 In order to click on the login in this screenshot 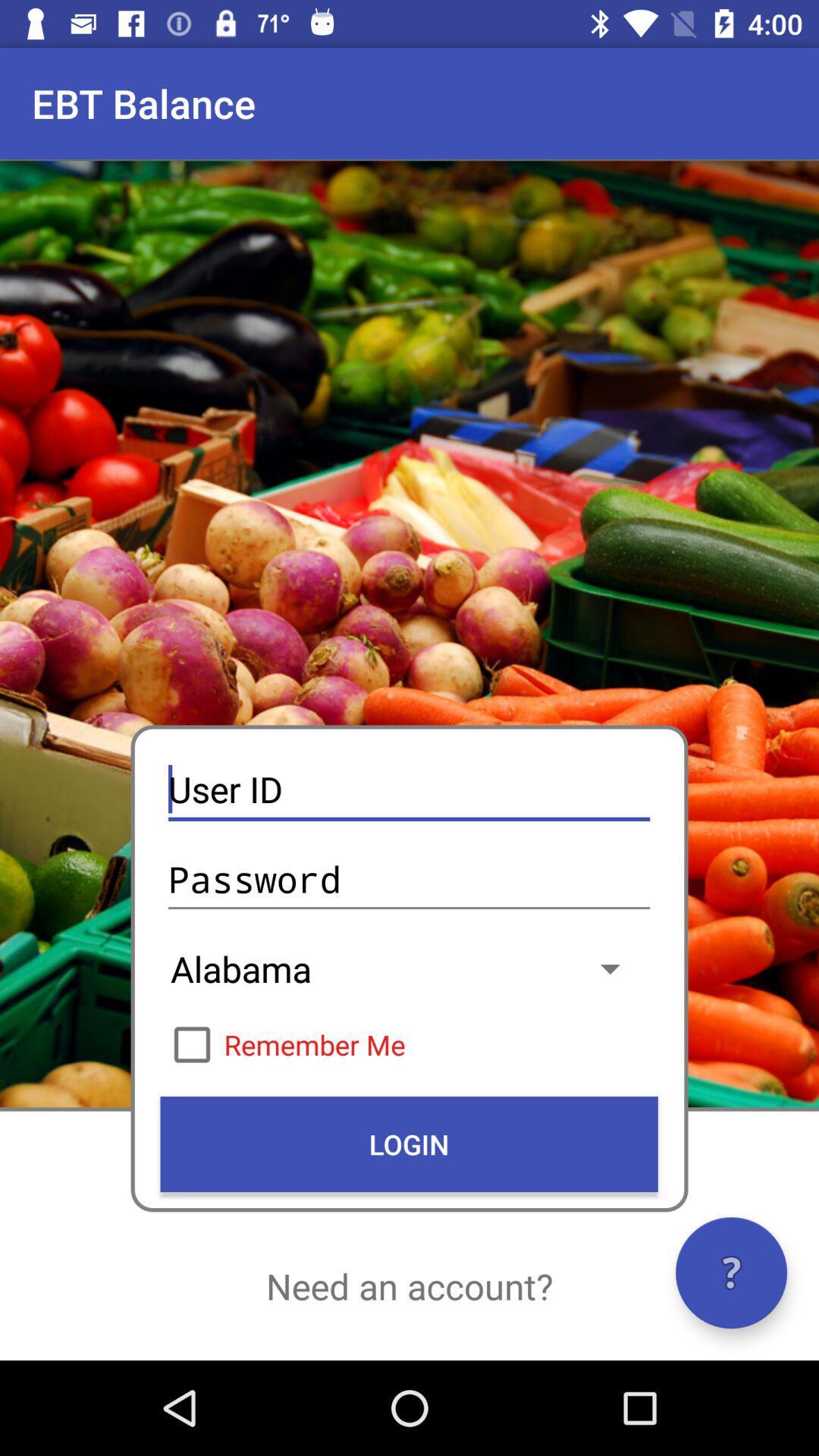, I will do `click(408, 1144)`.